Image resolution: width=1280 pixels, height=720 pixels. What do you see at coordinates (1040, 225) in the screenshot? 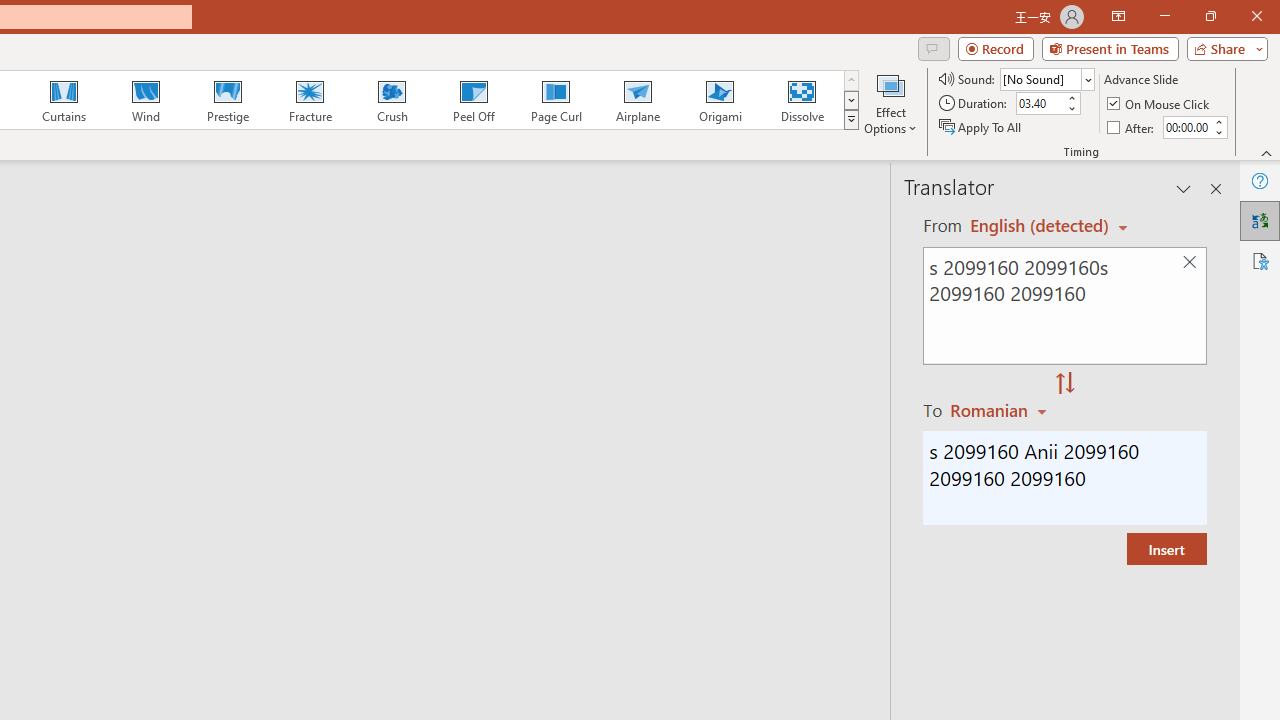
I see `'Czech (detected)'` at bounding box center [1040, 225].